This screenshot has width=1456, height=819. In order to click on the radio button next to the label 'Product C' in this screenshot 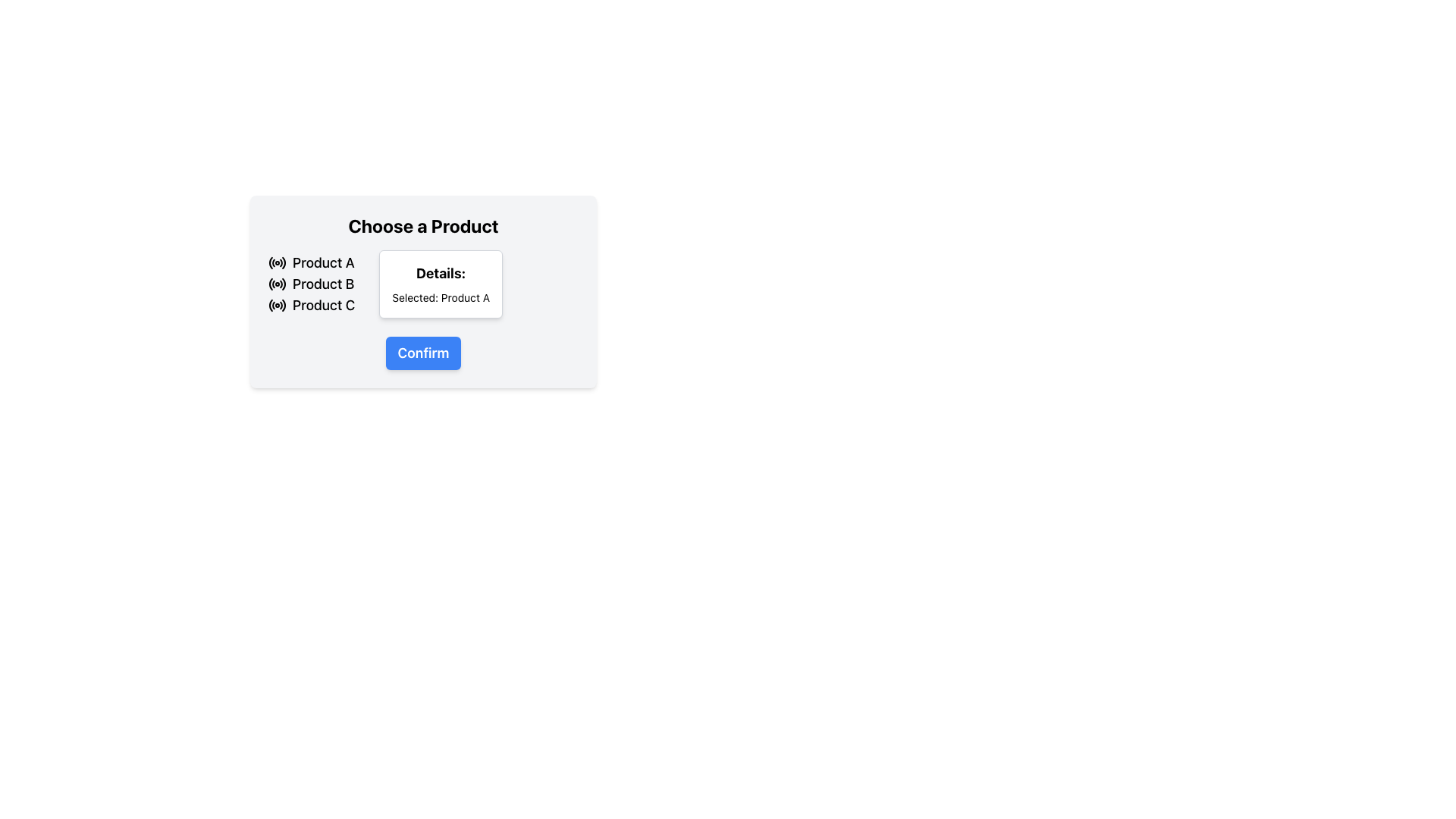, I will do `click(311, 305)`.